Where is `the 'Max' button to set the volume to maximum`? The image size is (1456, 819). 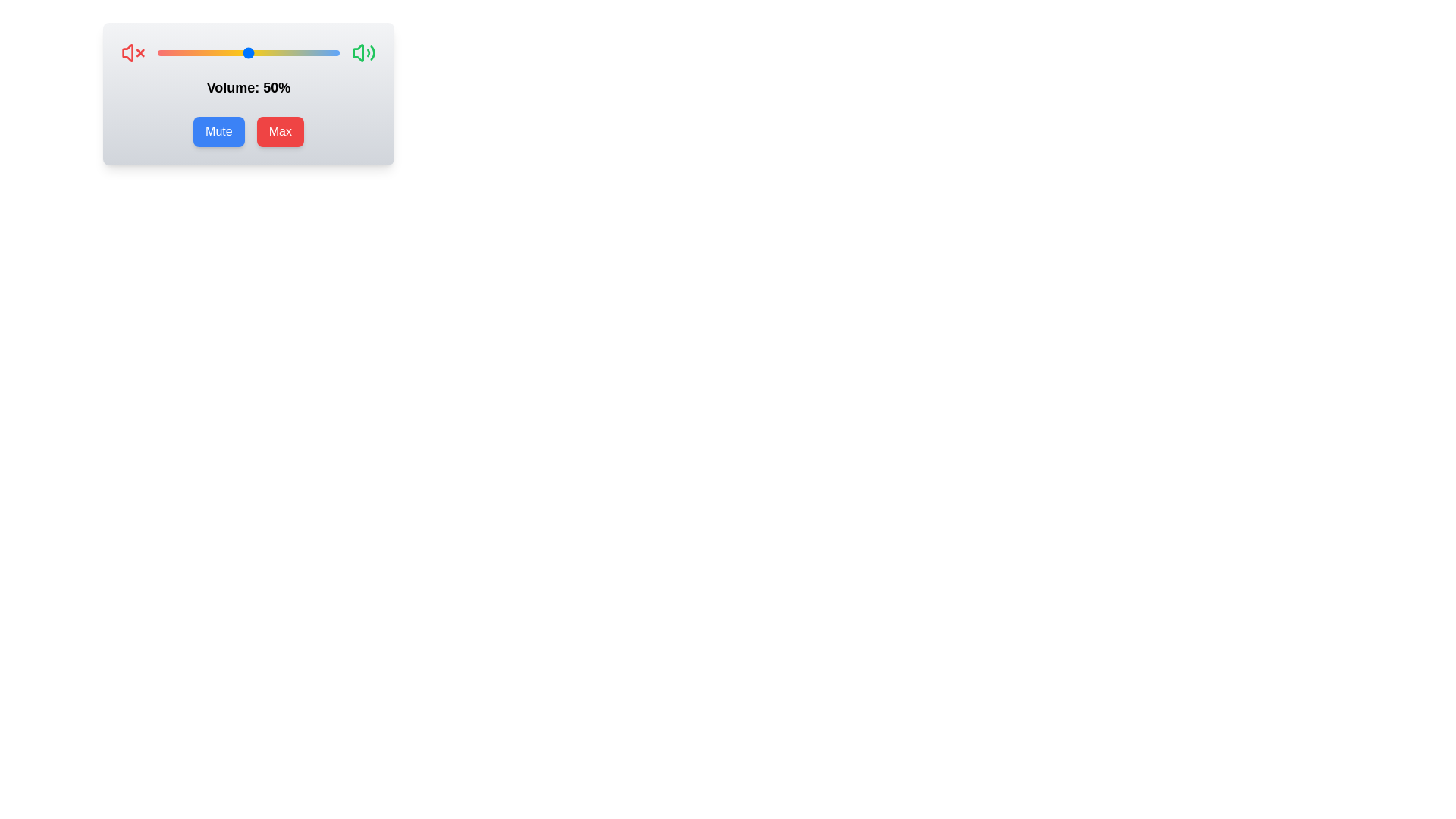 the 'Max' button to set the volume to maximum is located at coordinates (280, 130).